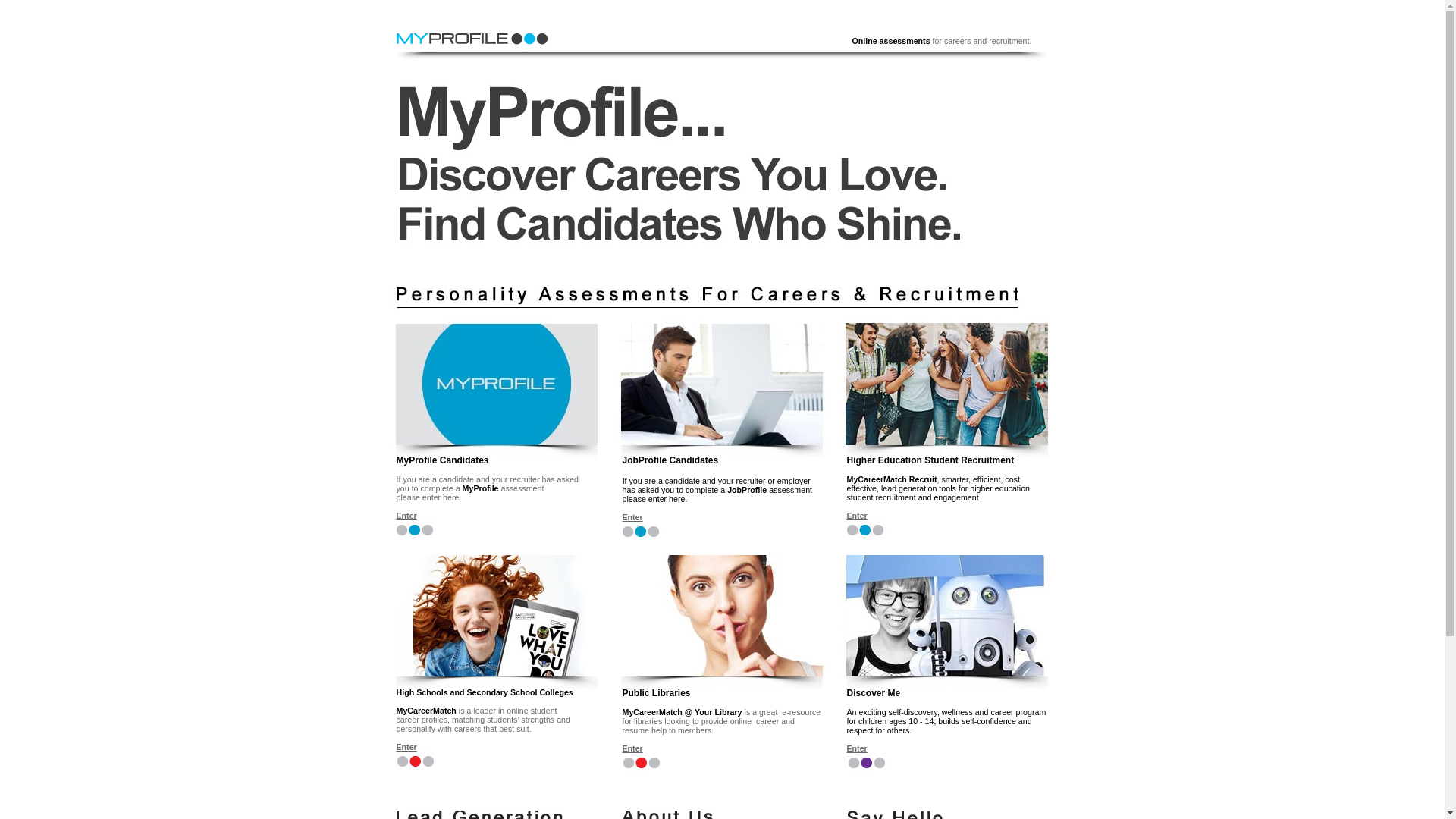 This screenshot has height=819, width=1456. What do you see at coordinates (622, 748) in the screenshot?
I see `'Enter'` at bounding box center [622, 748].